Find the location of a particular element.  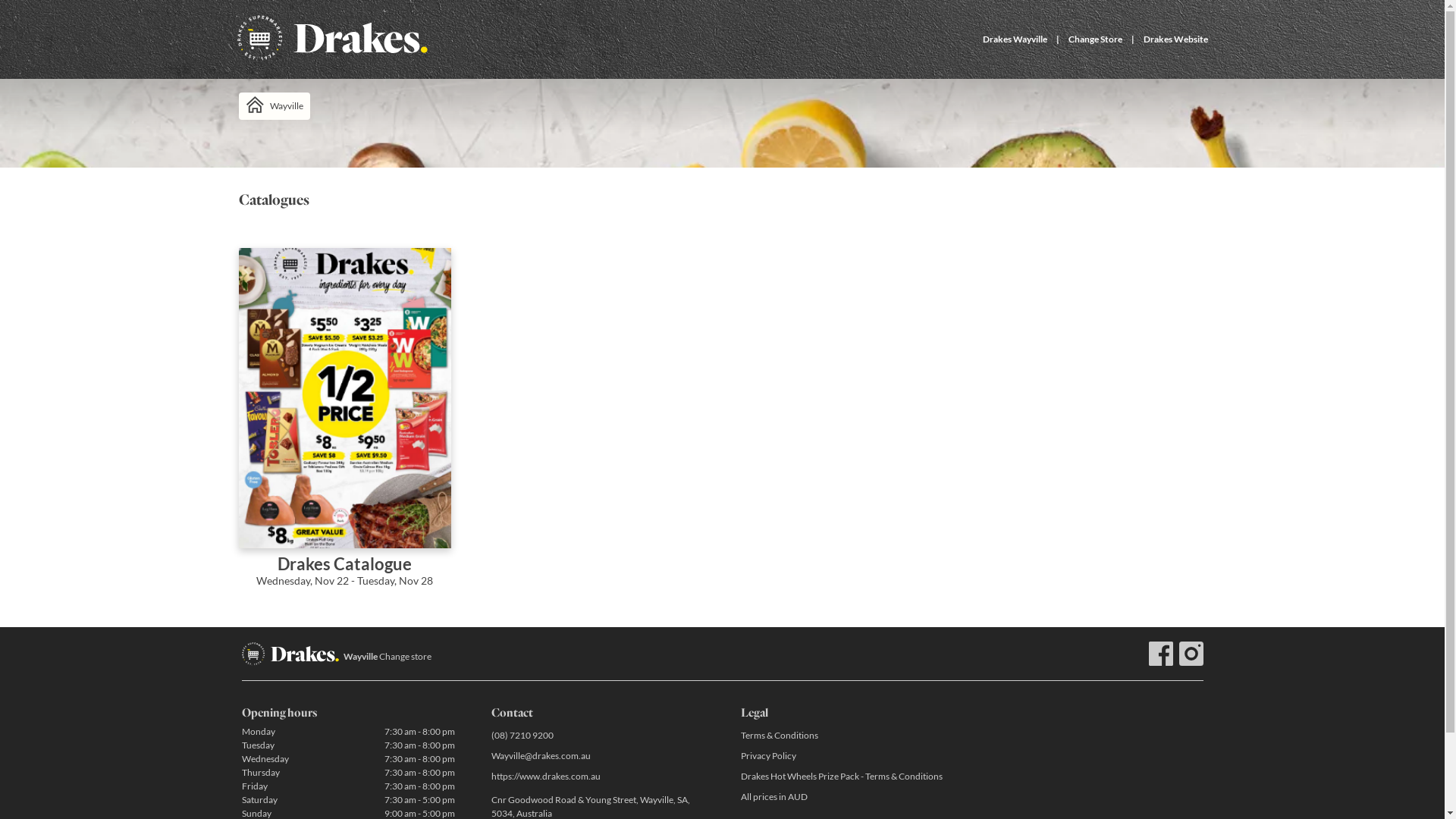

'Wayville@drakes.com.au' is located at coordinates (597, 755).